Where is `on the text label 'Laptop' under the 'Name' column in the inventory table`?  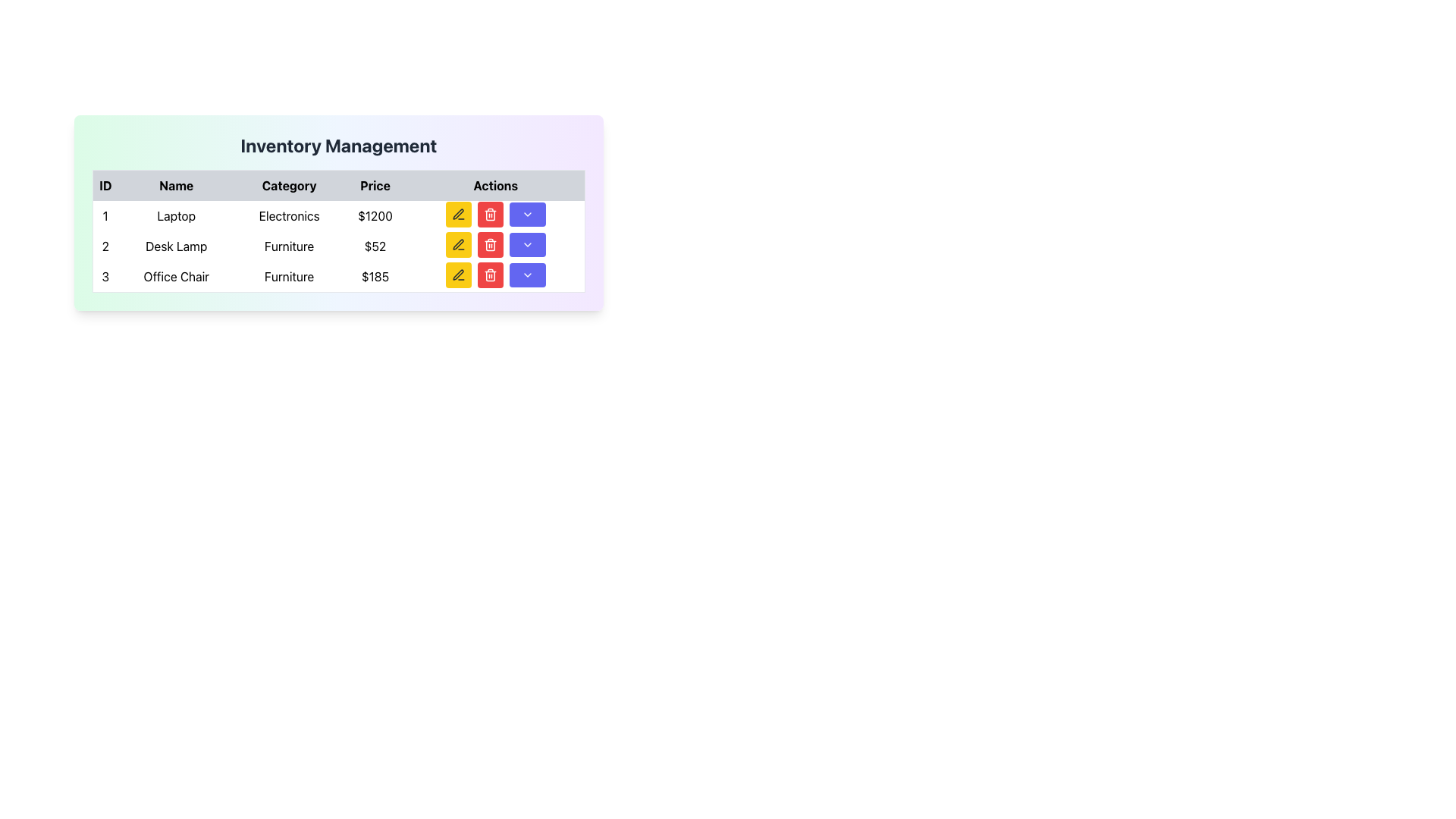
on the text label 'Laptop' under the 'Name' column in the inventory table is located at coordinates (176, 216).